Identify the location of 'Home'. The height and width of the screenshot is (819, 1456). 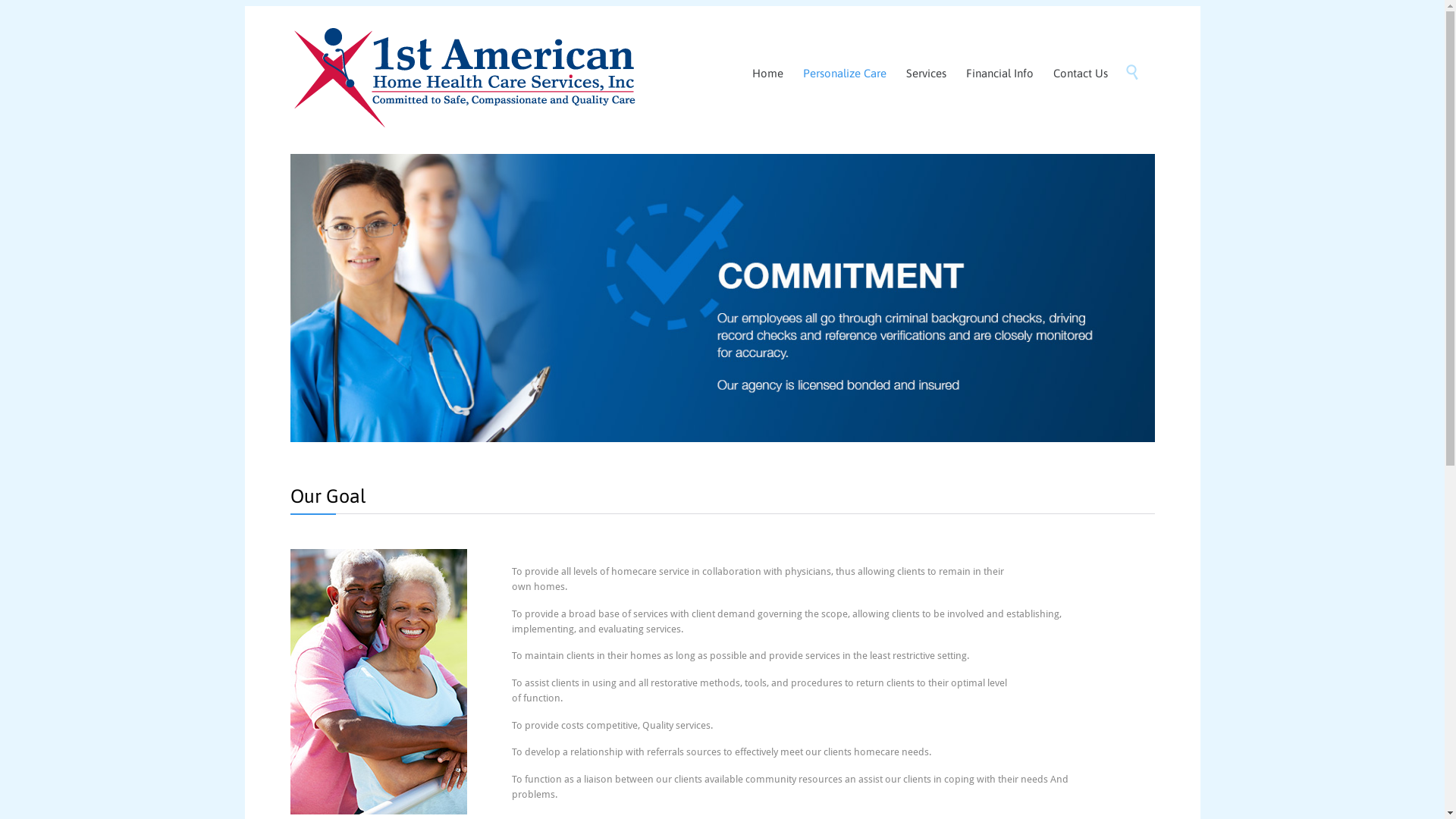
(767, 74).